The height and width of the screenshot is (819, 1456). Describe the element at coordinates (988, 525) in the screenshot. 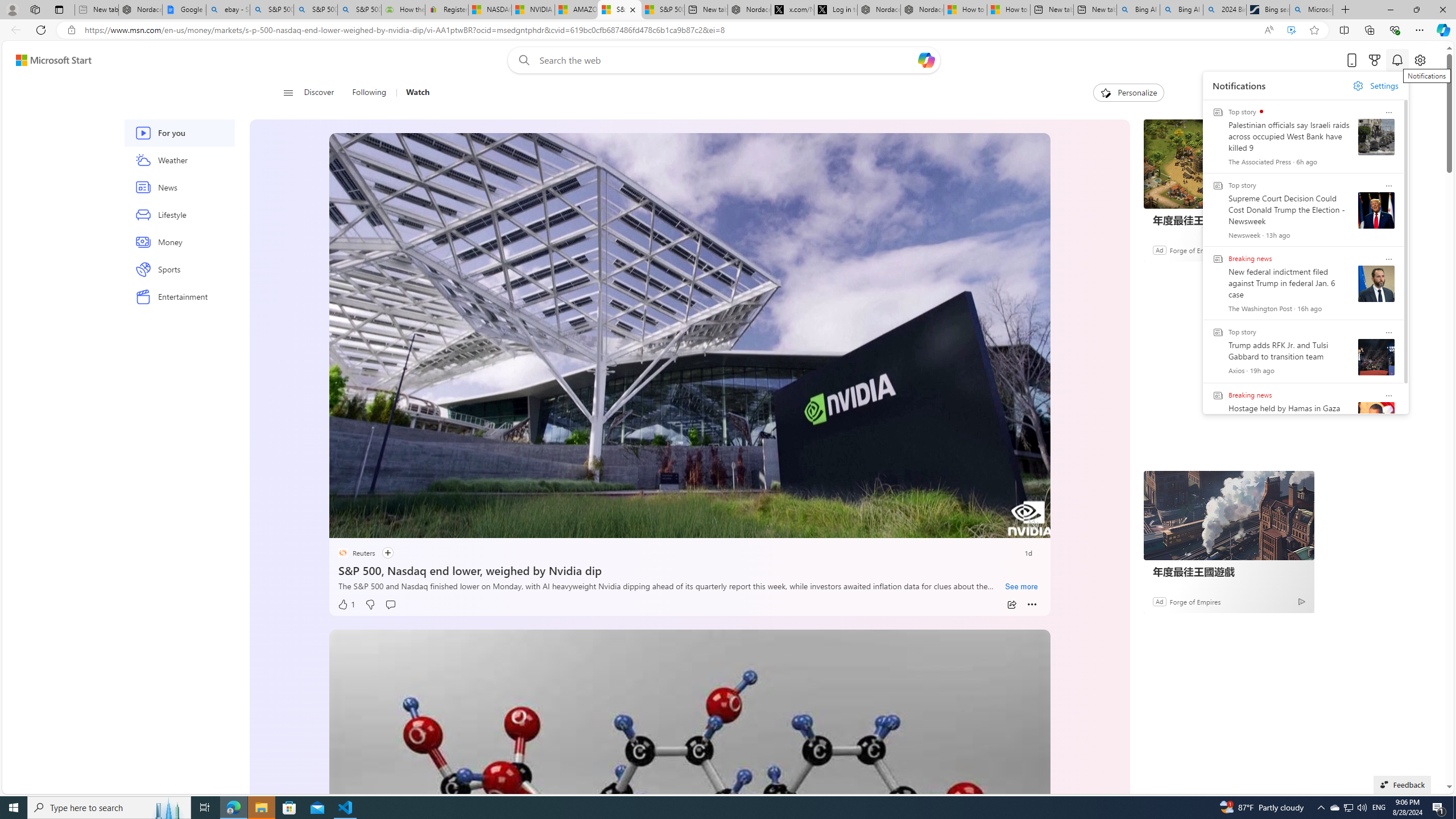

I see `'Captions'` at that location.